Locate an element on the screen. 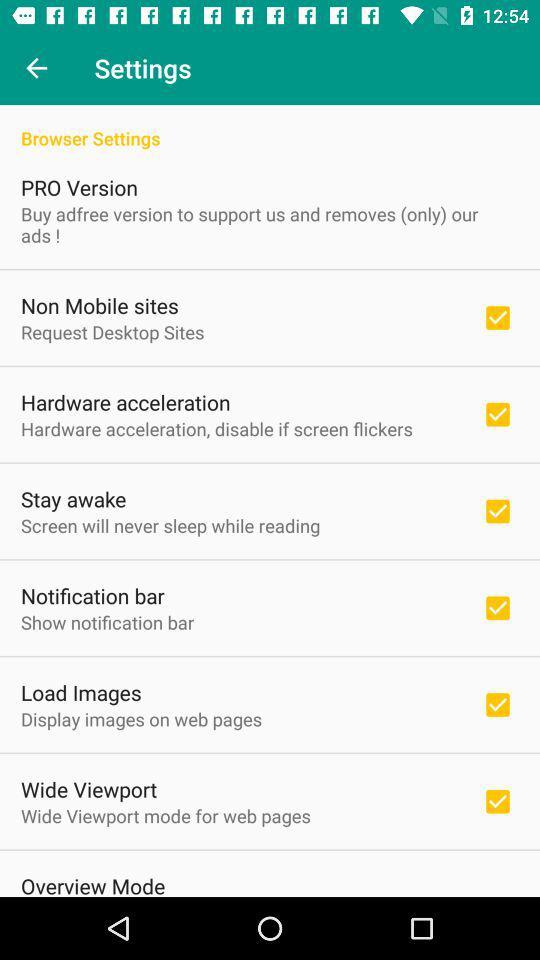 The image size is (540, 960). the stay awake item is located at coordinates (72, 498).